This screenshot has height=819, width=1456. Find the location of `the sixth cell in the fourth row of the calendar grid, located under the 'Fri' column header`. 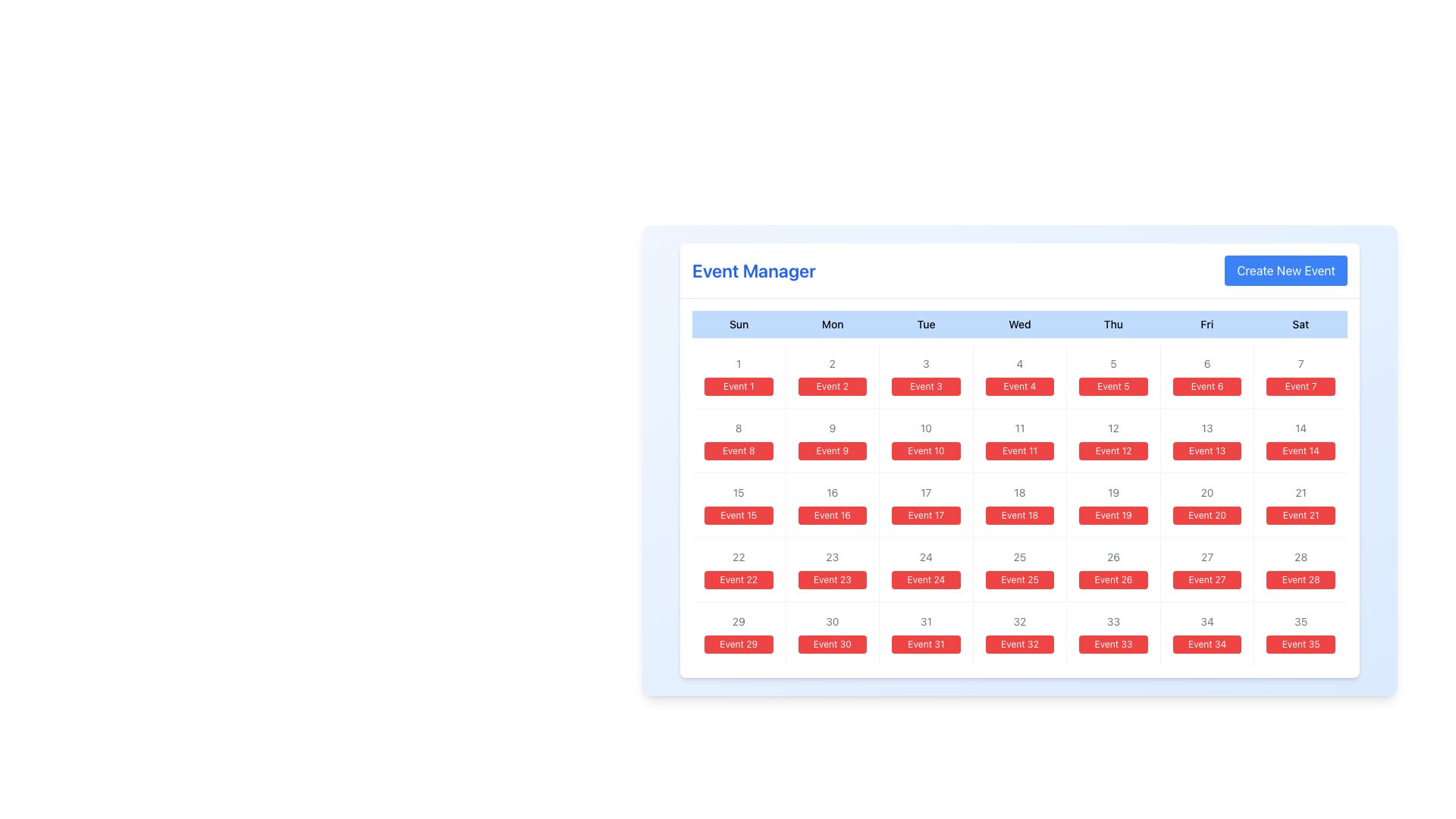

the sixth cell in the fourth row of the calendar grid, located under the 'Fri' column header is located at coordinates (1207, 505).